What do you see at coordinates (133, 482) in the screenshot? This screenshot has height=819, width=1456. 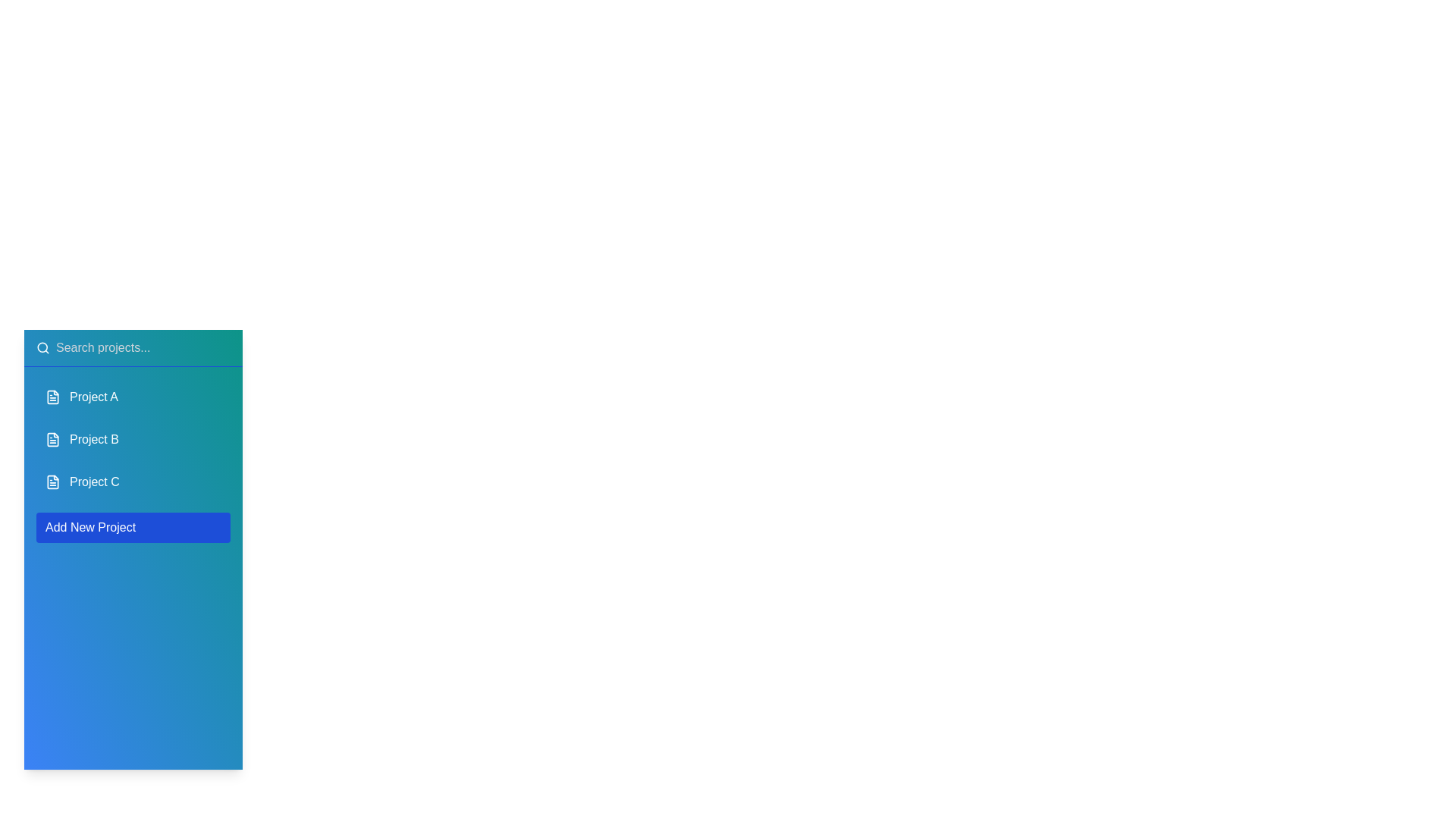 I see `the project named Project C` at bounding box center [133, 482].